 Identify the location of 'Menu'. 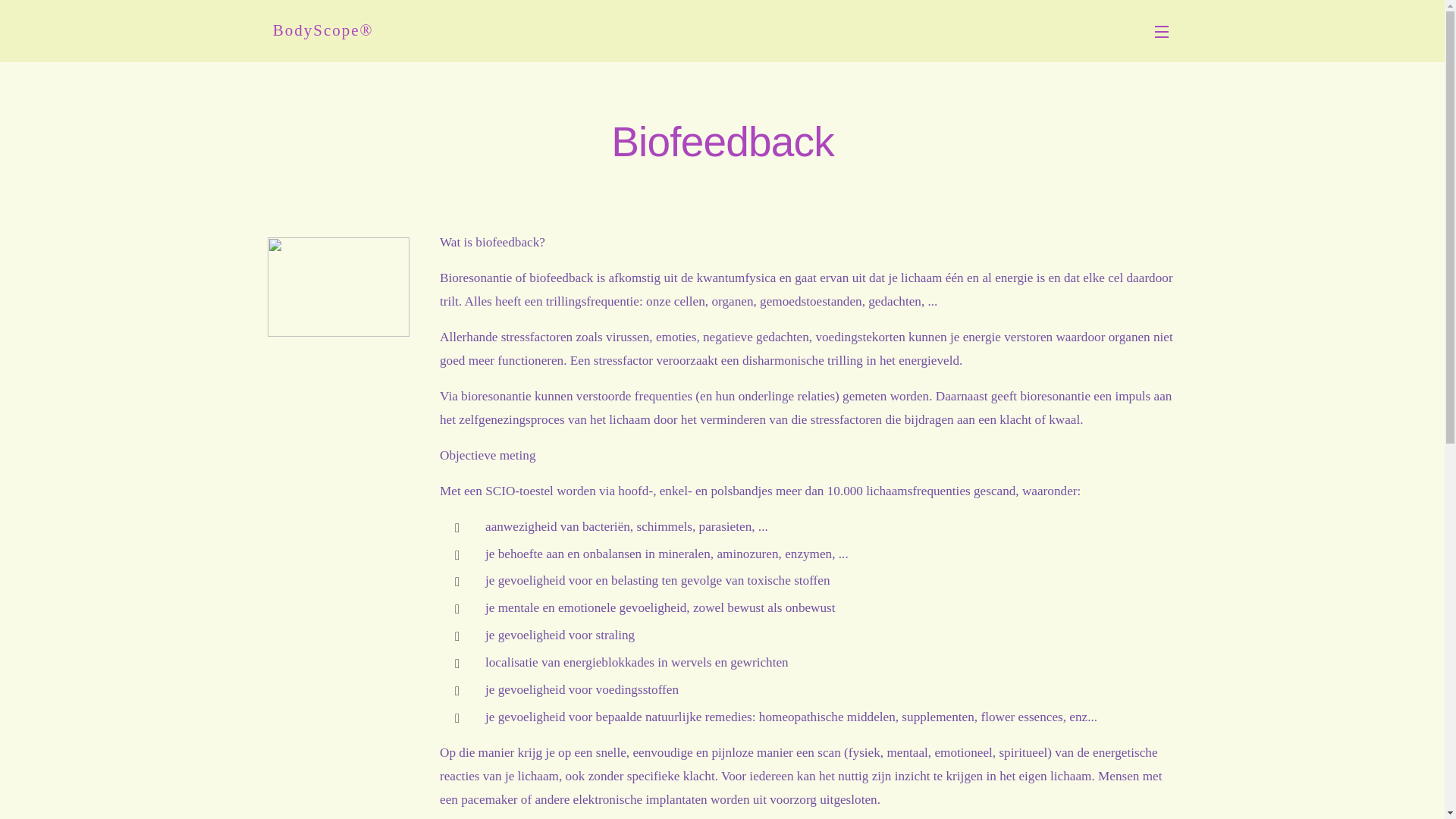
(1164, 31).